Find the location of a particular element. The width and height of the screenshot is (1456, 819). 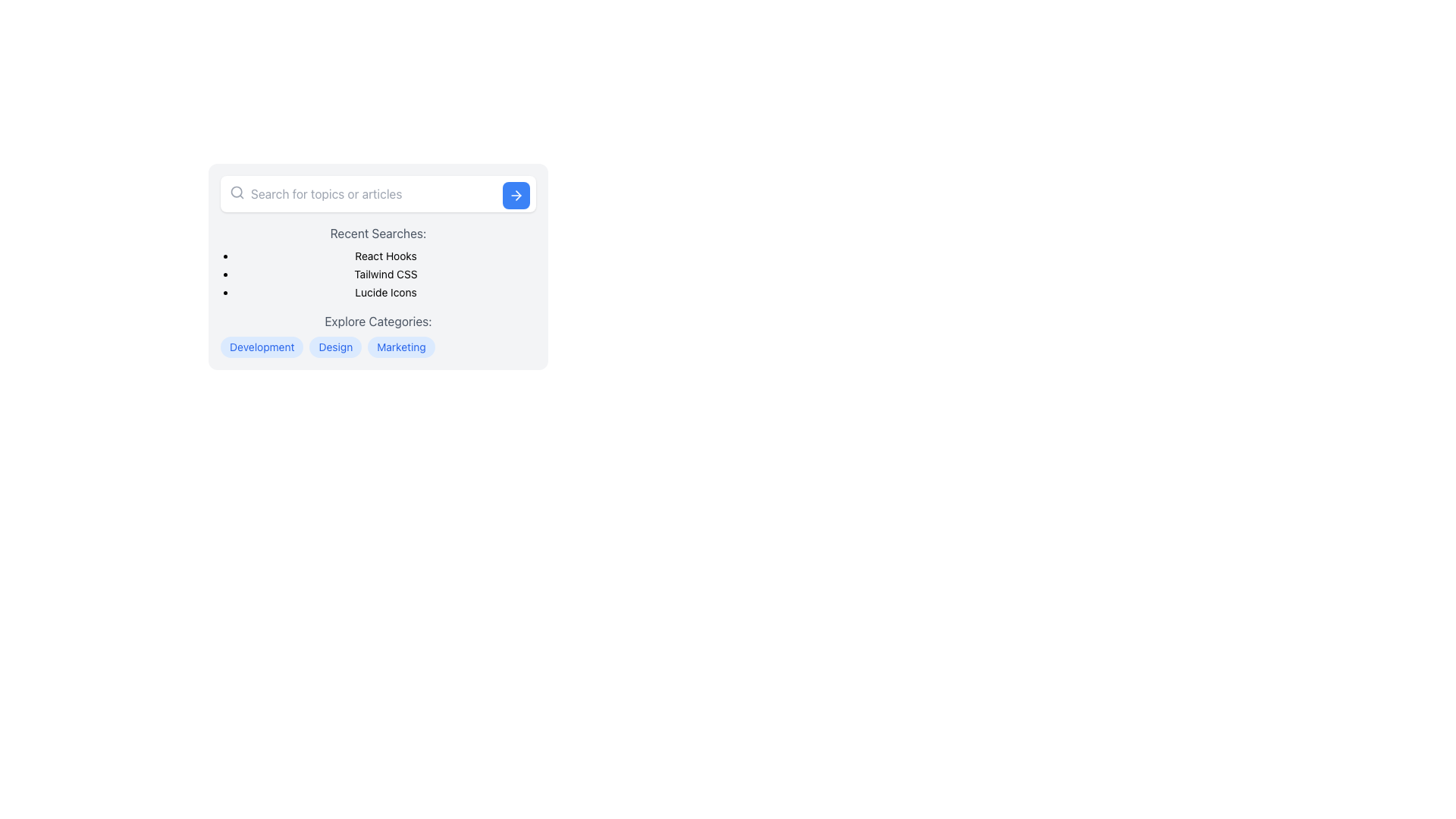

the gray magnifying glass icon located to the left of the input field in the top-left corner of the input area is located at coordinates (236, 192).